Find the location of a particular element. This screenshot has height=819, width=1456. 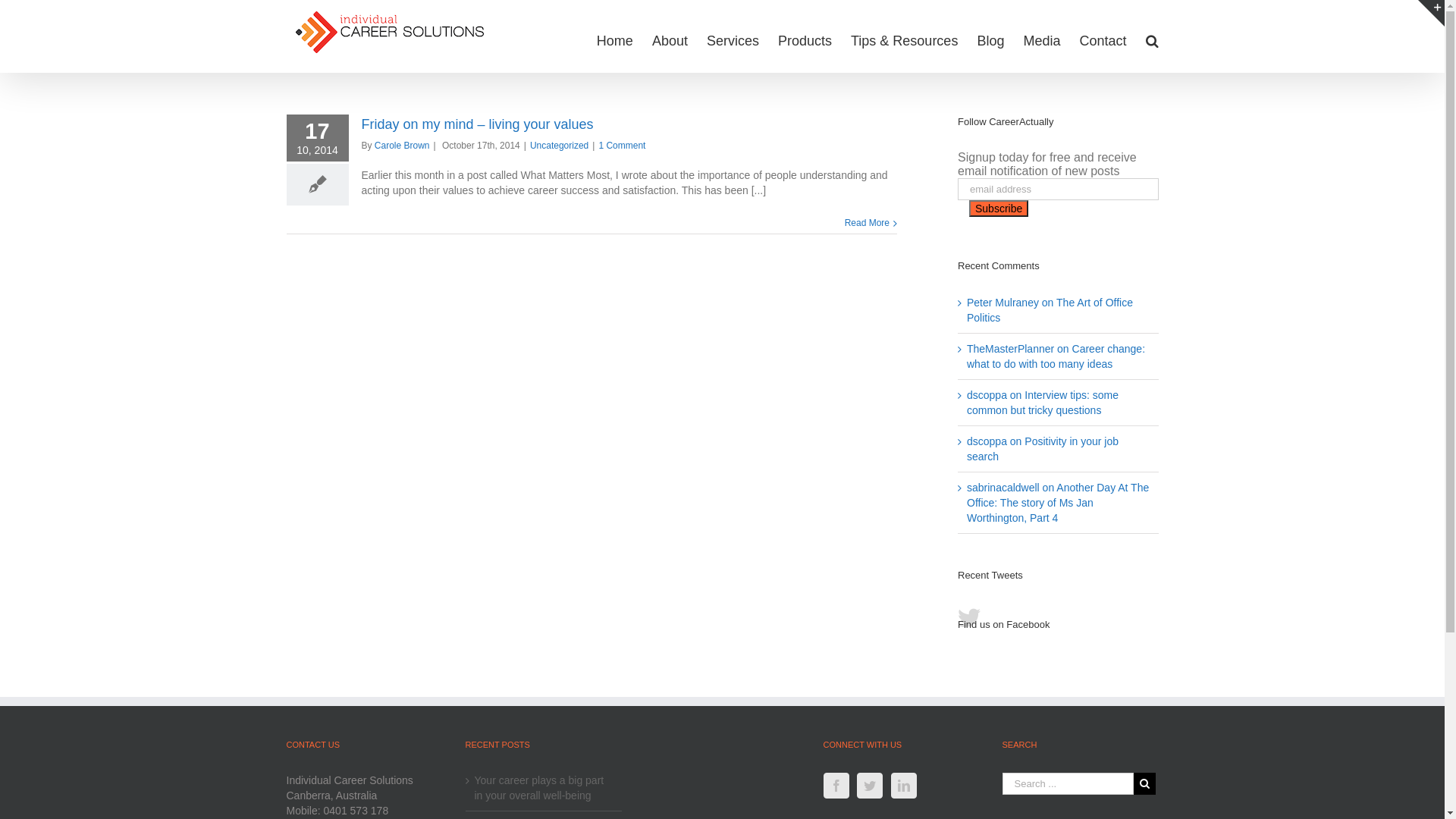

'Read More' is located at coordinates (867, 222).